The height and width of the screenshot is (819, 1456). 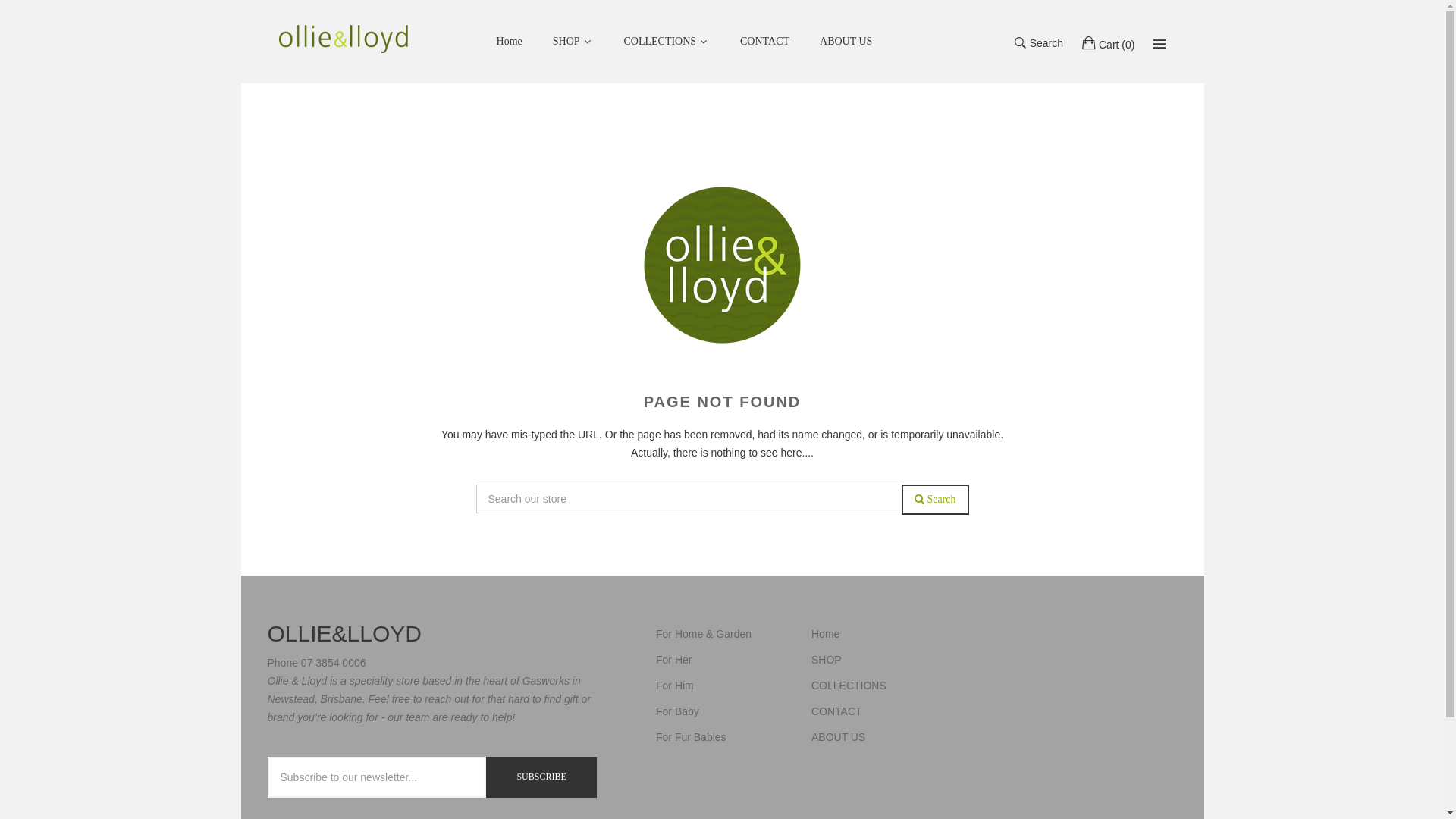 What do you see at coordinates (673, 659) in the screenshot?
I see `'For Her'` at bounding box center [673, 659].